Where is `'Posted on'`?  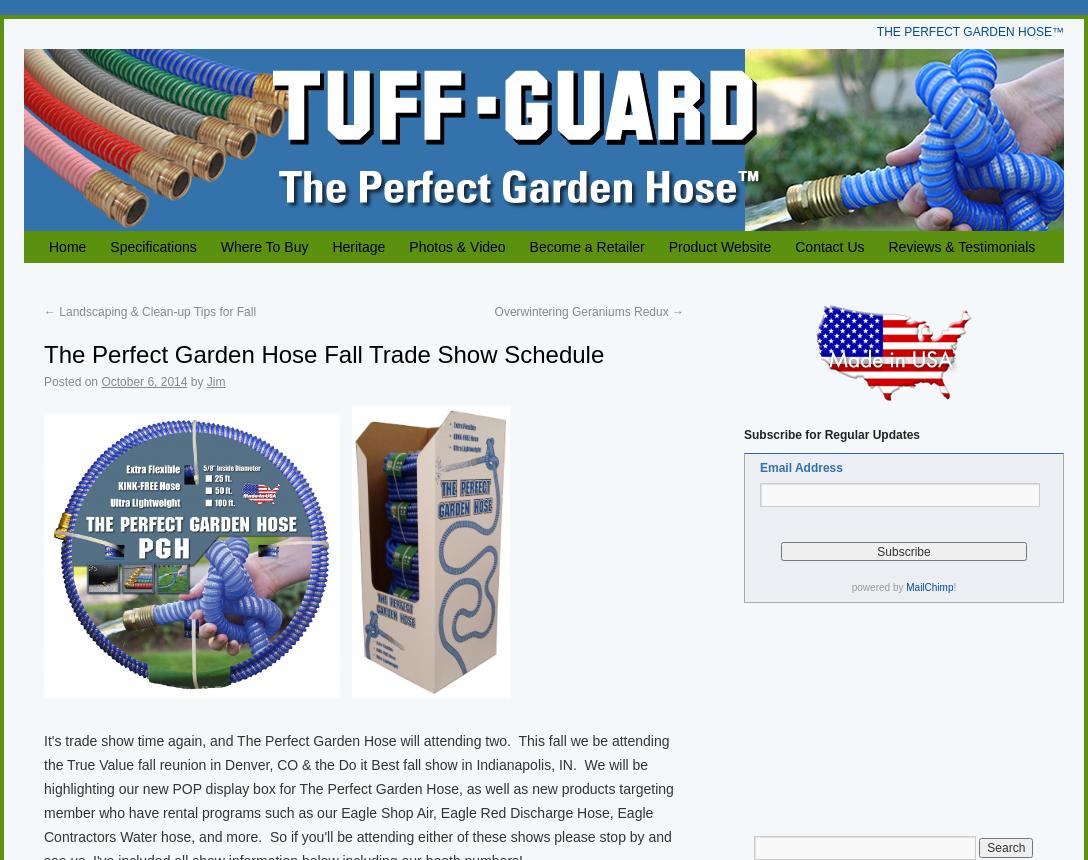 'Posted on' is located at coordinates (71, 381).